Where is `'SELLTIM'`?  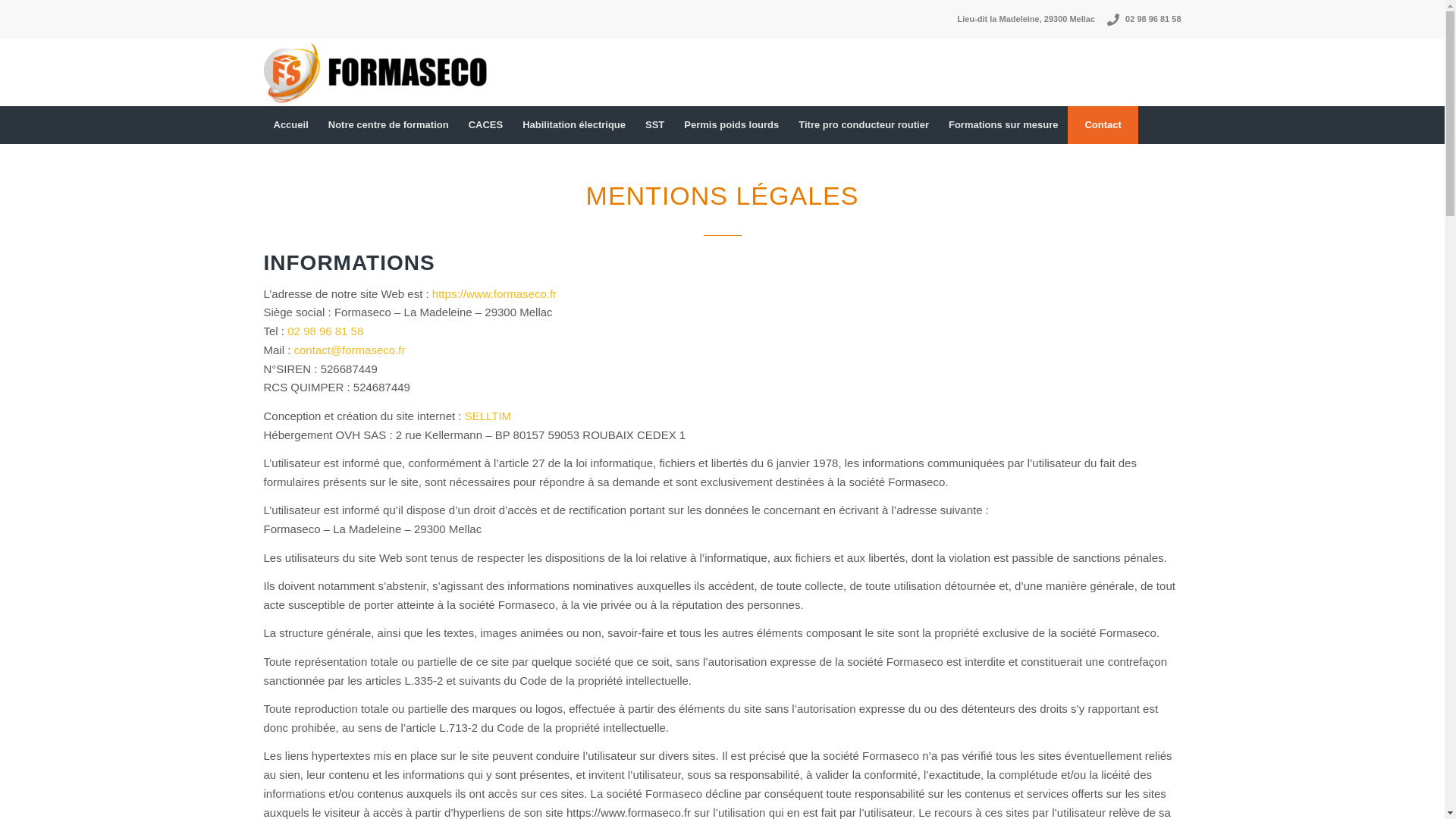
'SELLTIM' is located at coordinates (488, 416).